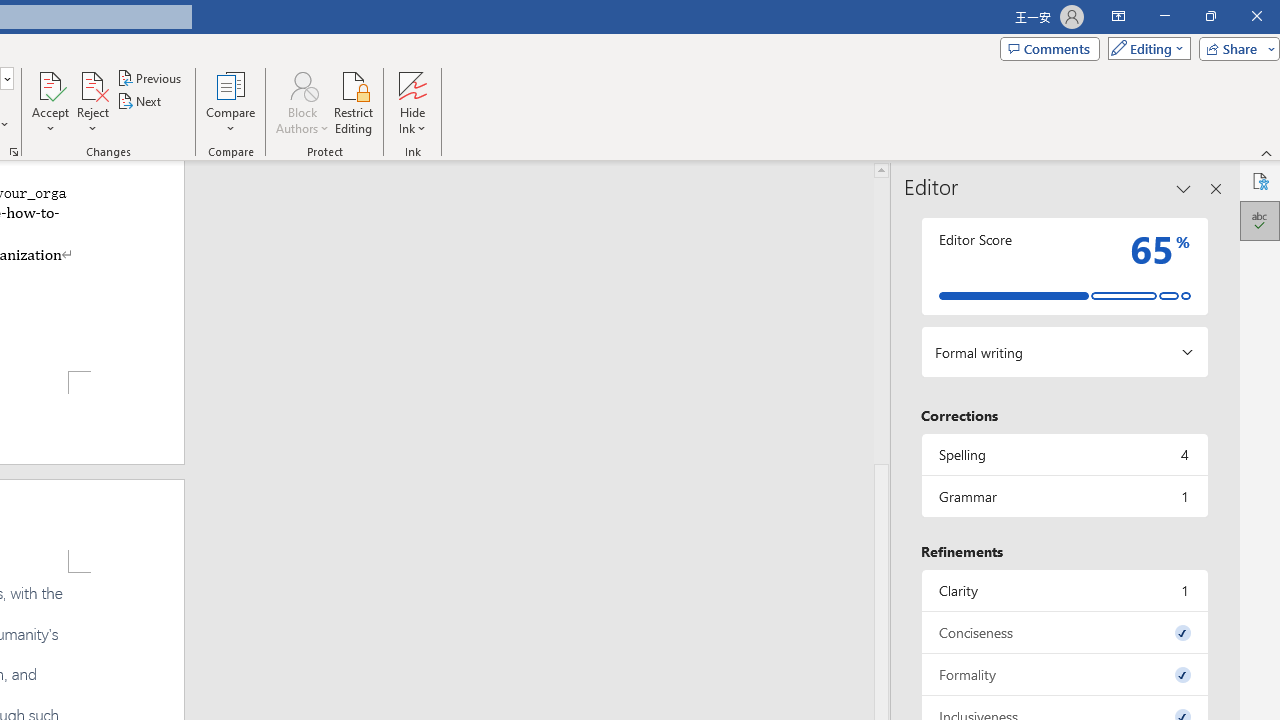  I want to click on 'Next', so click(139, 101).